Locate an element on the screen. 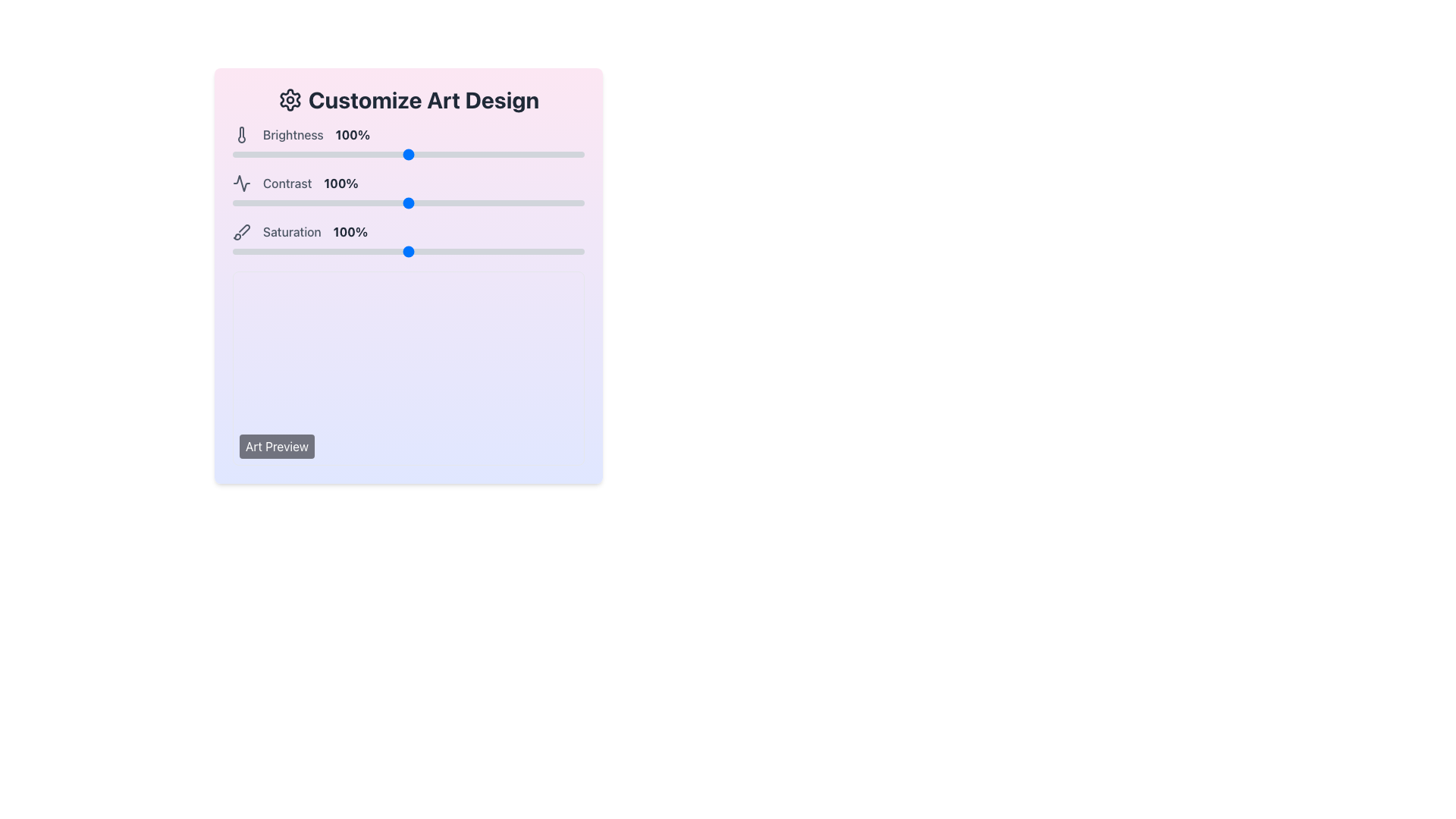 Image resolution: width=1456 pixels, height=819 pixels. brightness is located at coordinates (330, 155).